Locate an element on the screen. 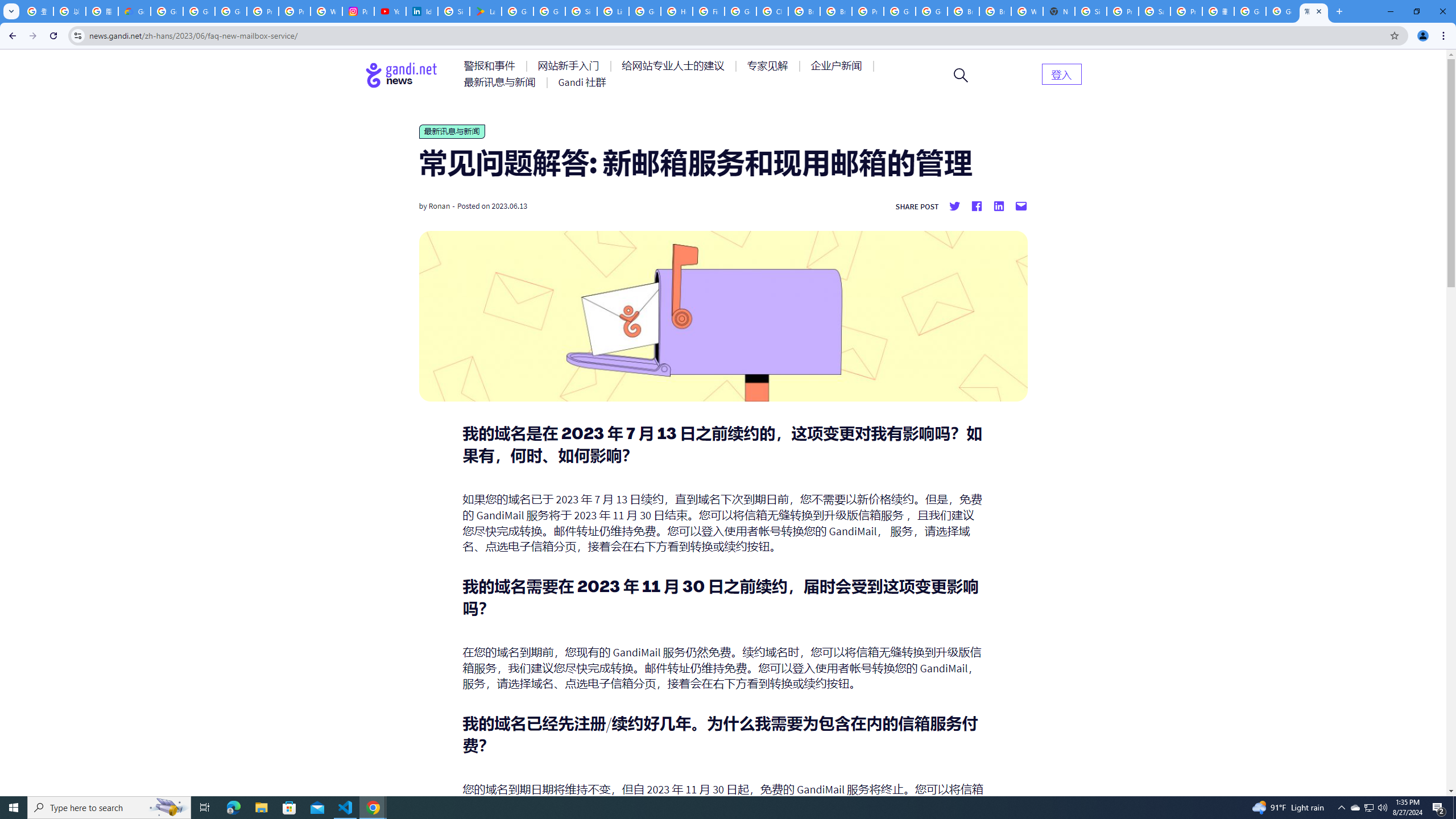  'Browse Chrome as a guest - Computer - Google Chrome Help' is located at coordinates (962, 11).